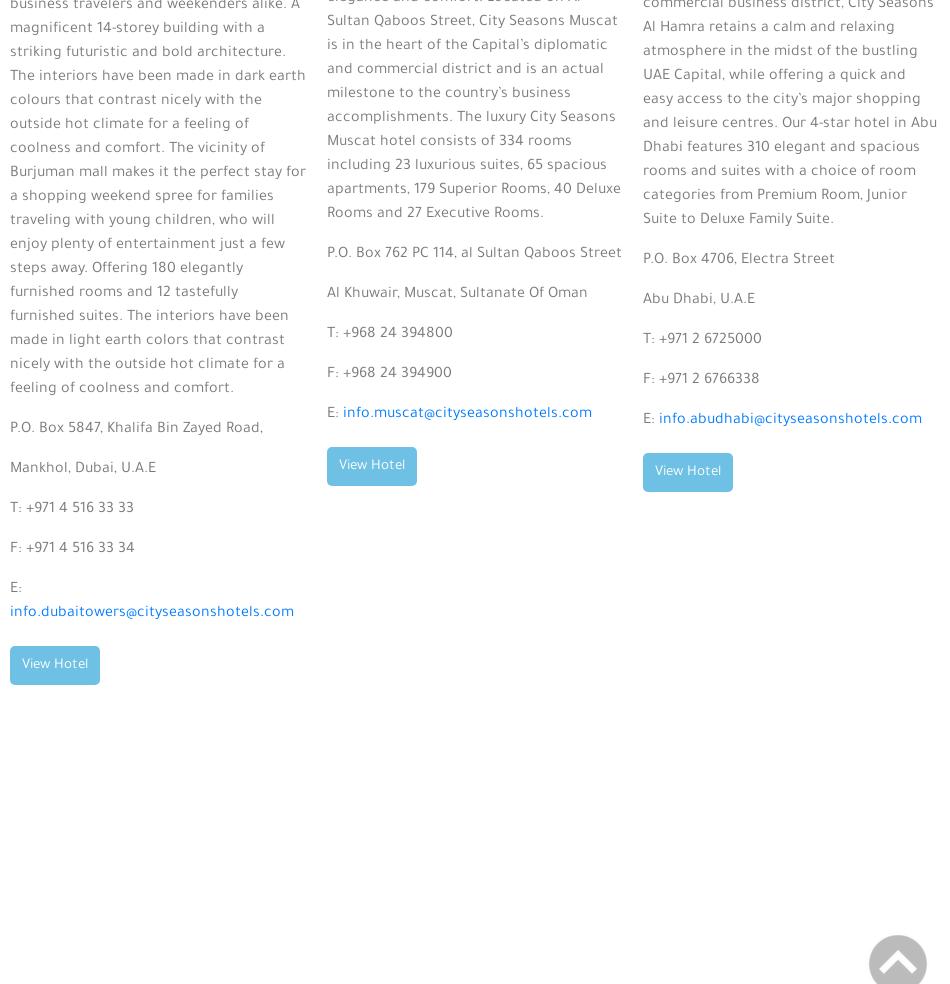 The width and height of the screenshot is (950, 984). I want to click on 'P.O. Box 5847, Khalifa Bin Zayed Road,', so click(136, 430).